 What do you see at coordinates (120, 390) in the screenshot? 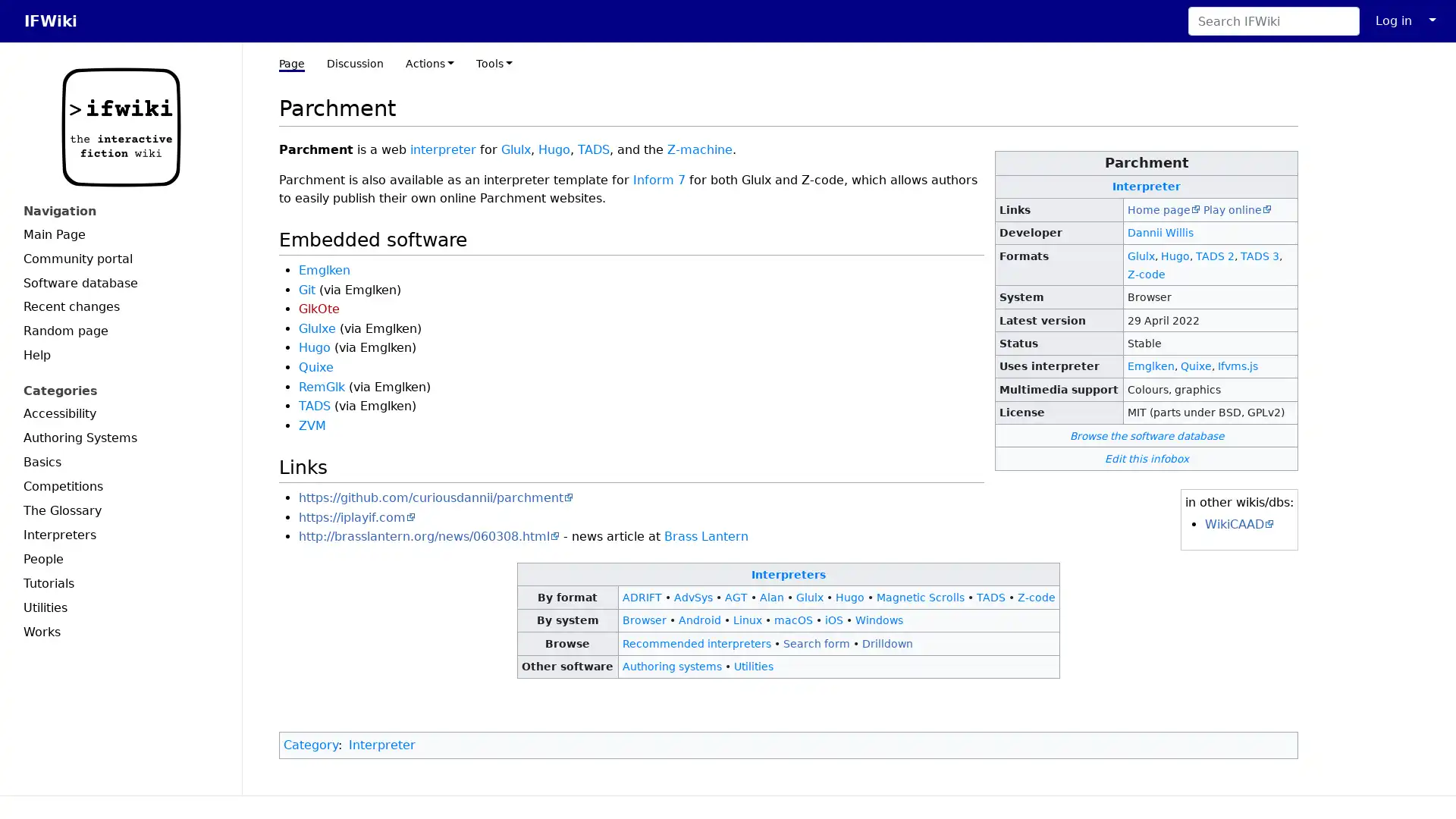
I see `Categories` at bounding box center [120, 390].